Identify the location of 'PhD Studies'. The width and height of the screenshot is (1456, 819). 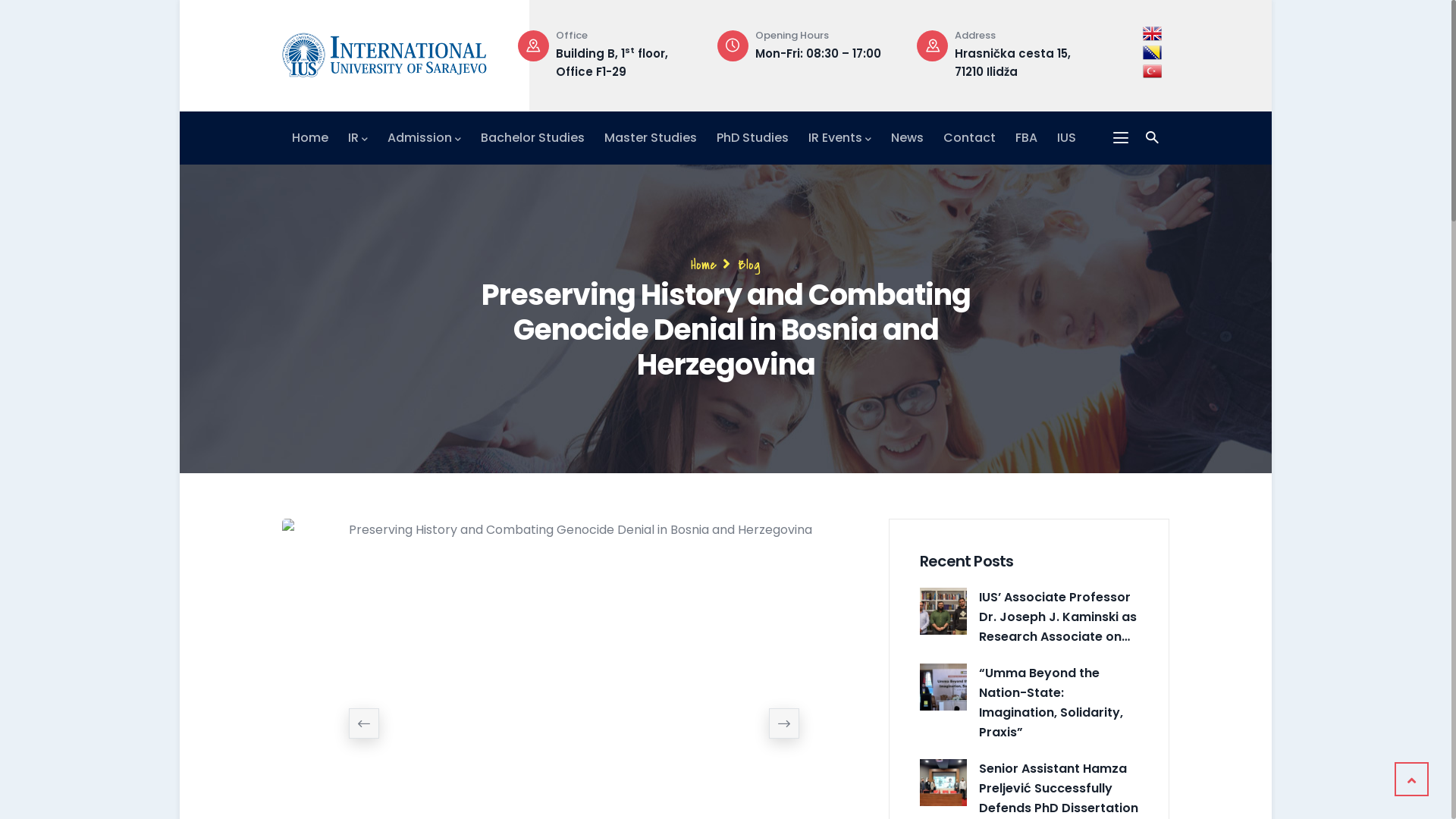
(752, 137).